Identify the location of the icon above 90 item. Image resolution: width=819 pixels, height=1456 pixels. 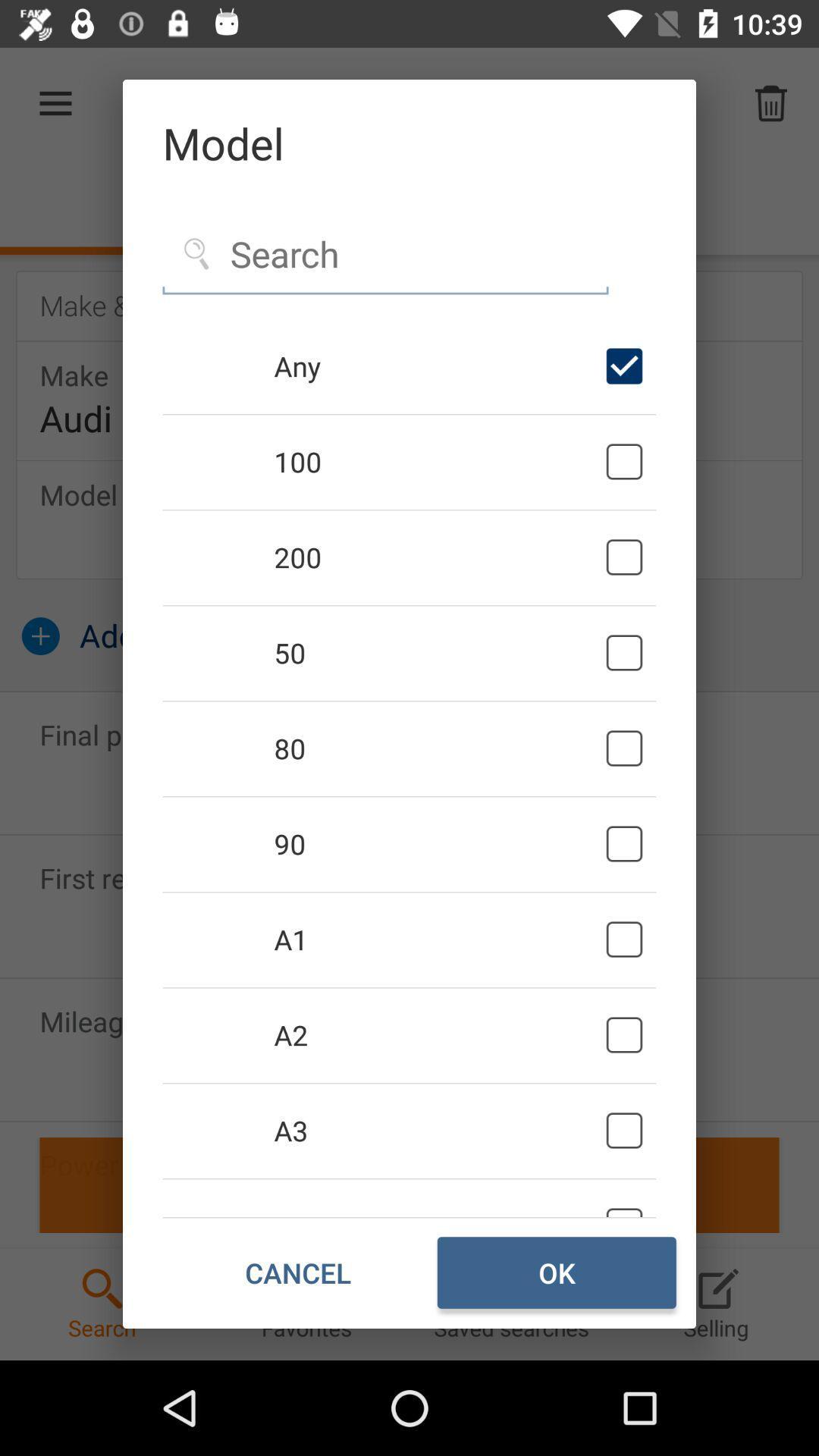
(437, 748).